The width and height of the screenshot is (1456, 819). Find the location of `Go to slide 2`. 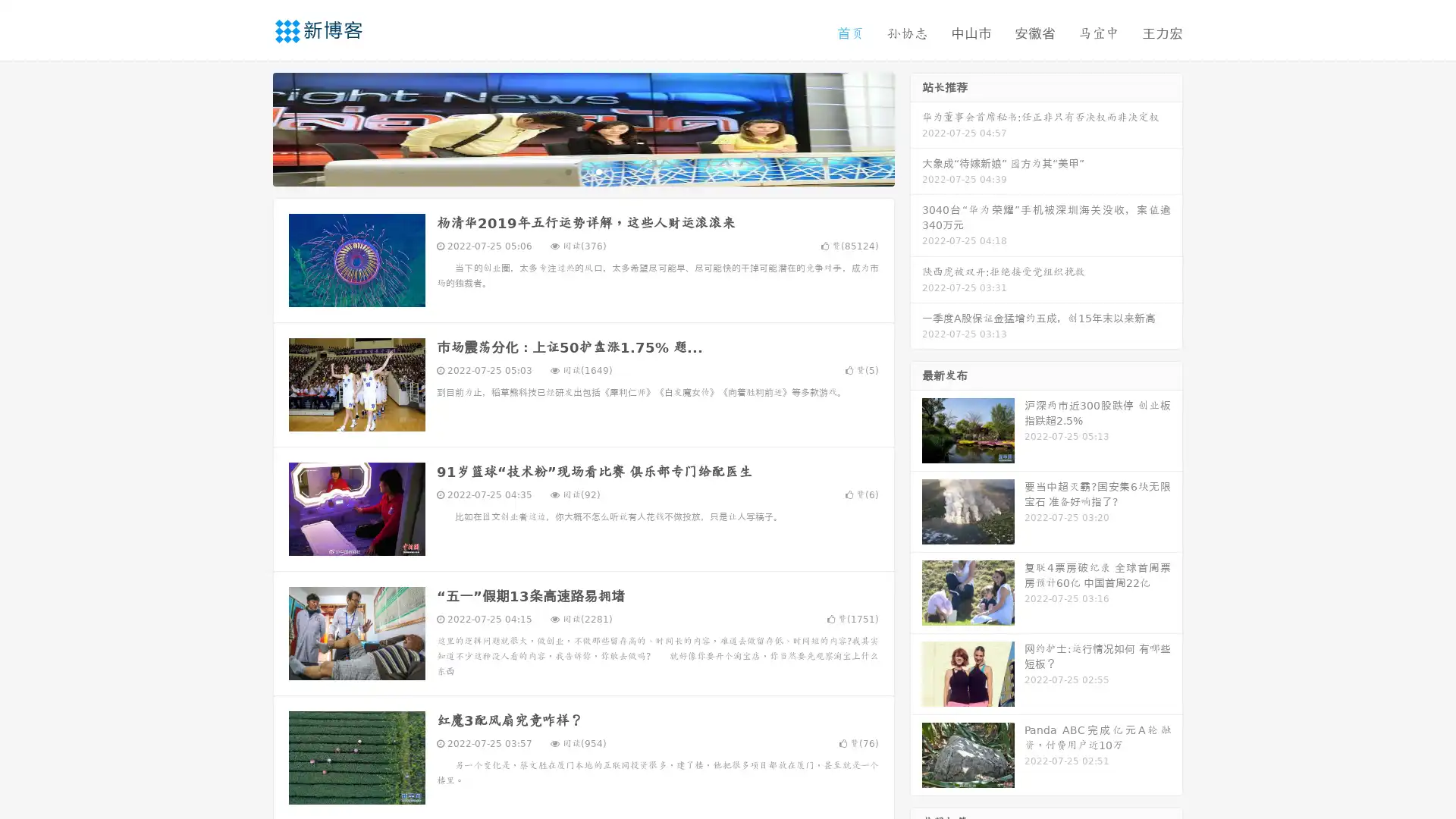

Go to slide 2 is located at coordinates (582, 171).